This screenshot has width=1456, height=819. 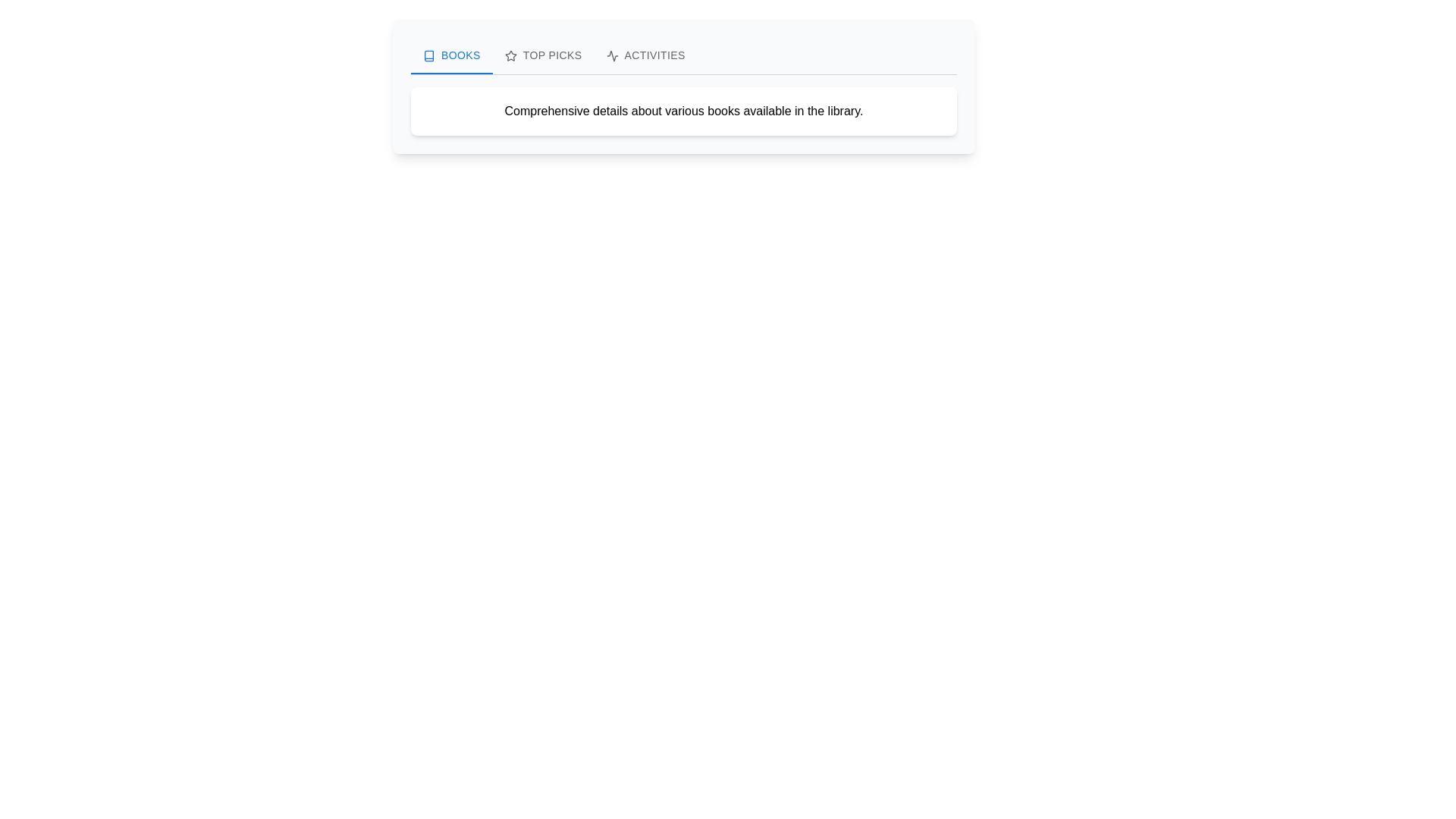 What do you see at coordinates (543, 55) in the screenshot?
I see `the 'Top Picks' tab, which features a star icon on the left and text in uppercase sans-serif font` at bounding box center [543, 55].